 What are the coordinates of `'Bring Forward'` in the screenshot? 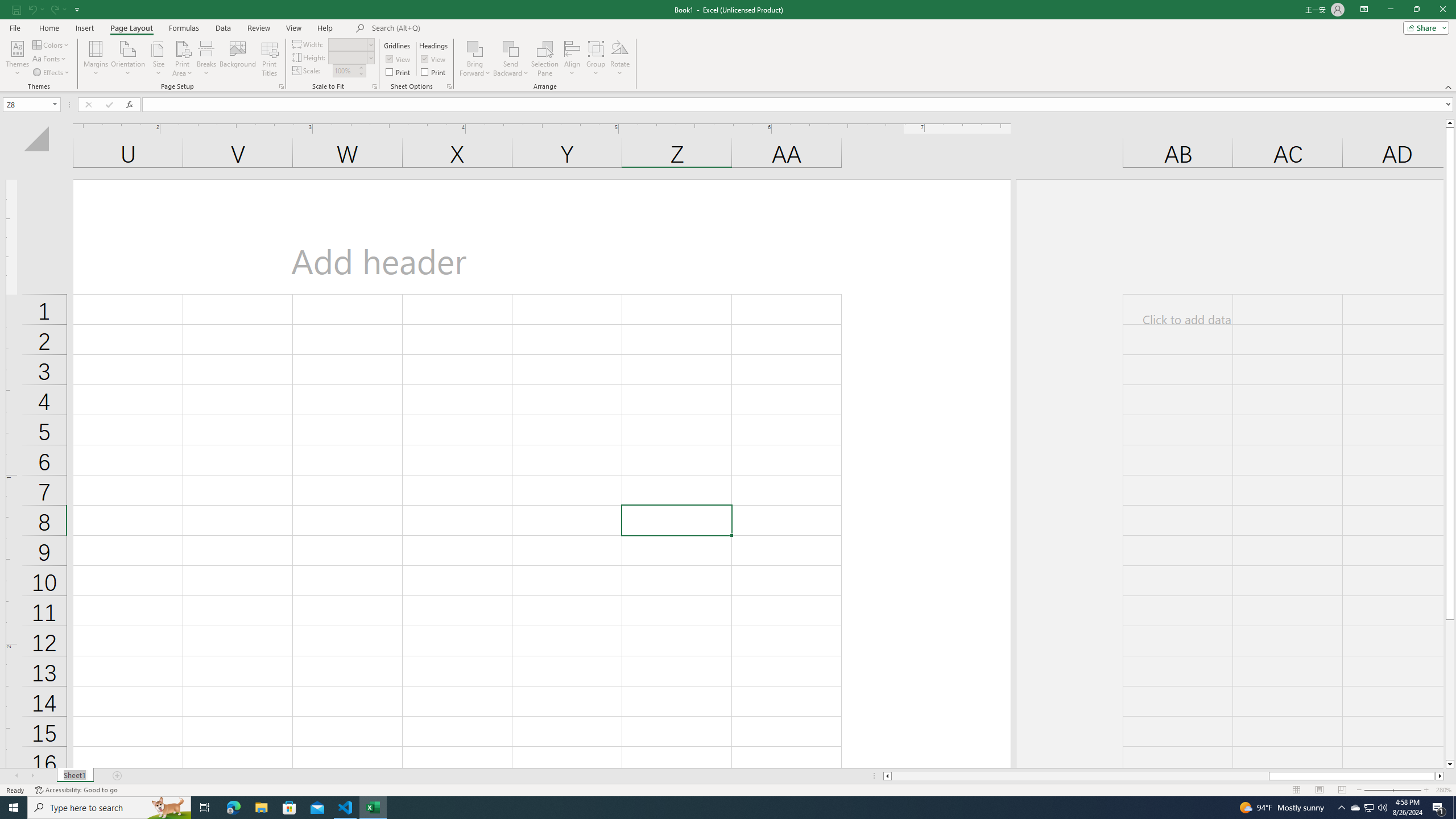 It's located at (475, 59).